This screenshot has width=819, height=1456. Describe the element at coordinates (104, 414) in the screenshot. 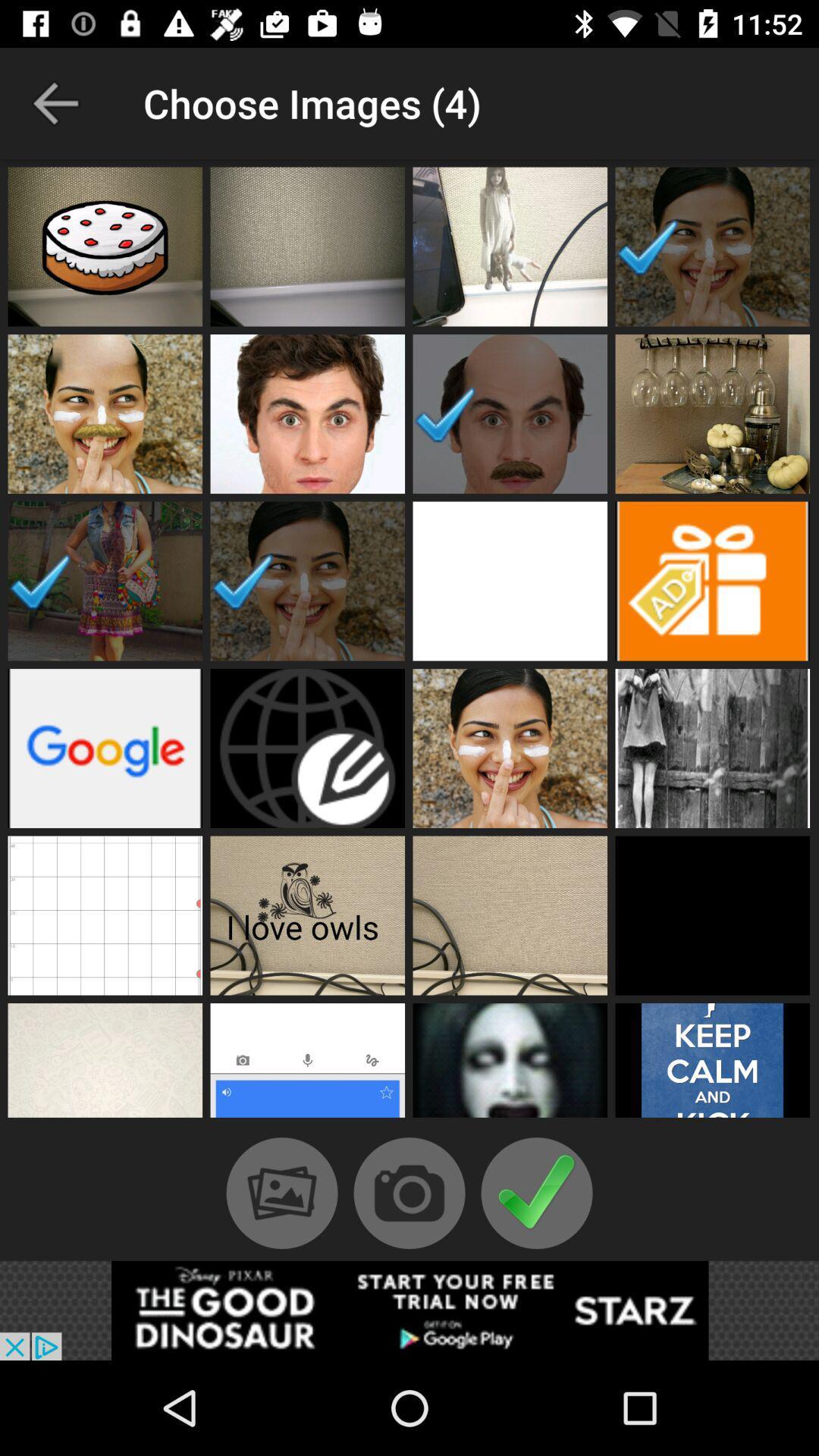

I see `click on face with white cheek lines` at that location.